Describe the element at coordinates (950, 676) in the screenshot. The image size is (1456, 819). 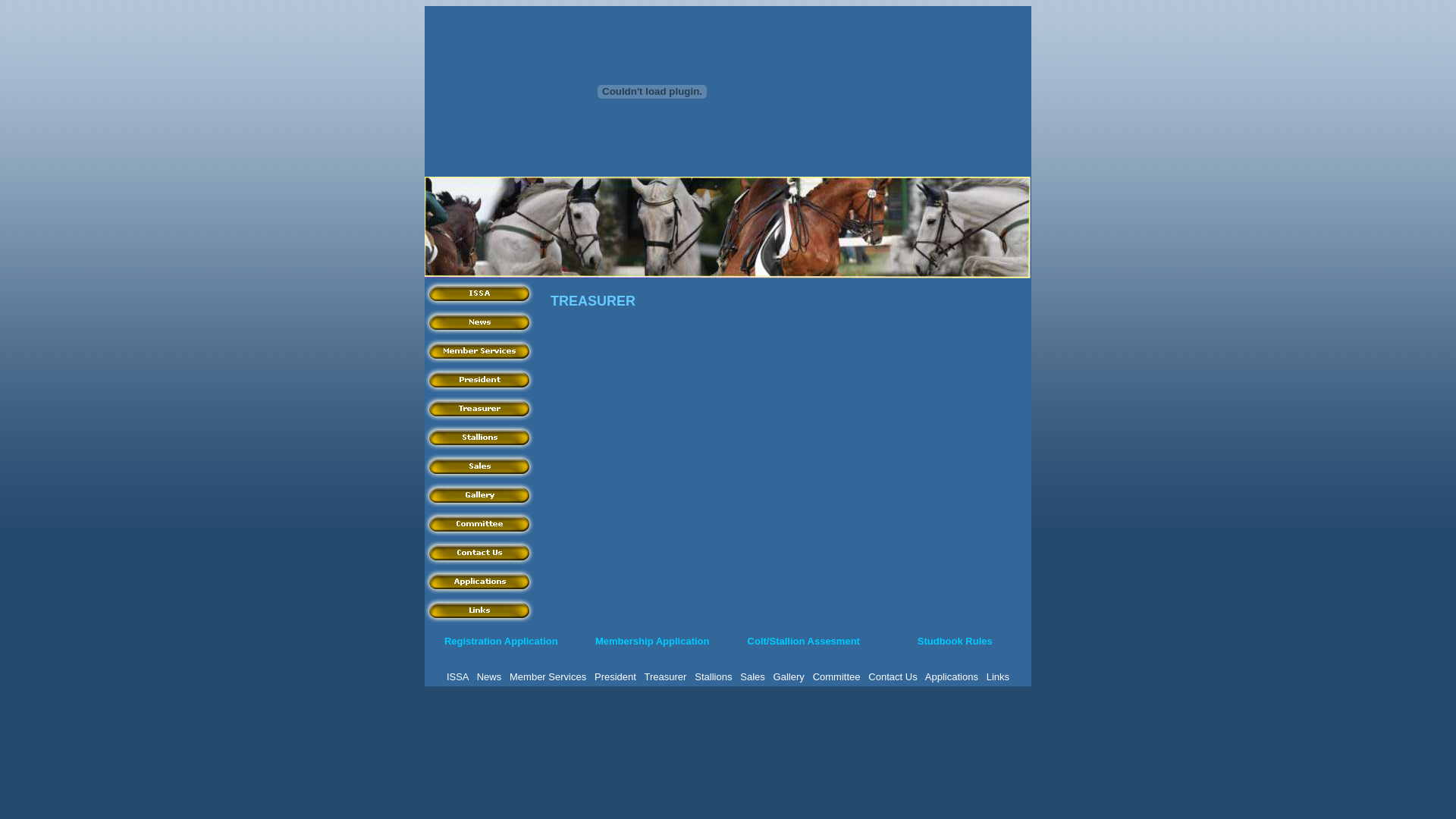
I see `'Applications'` at that location.